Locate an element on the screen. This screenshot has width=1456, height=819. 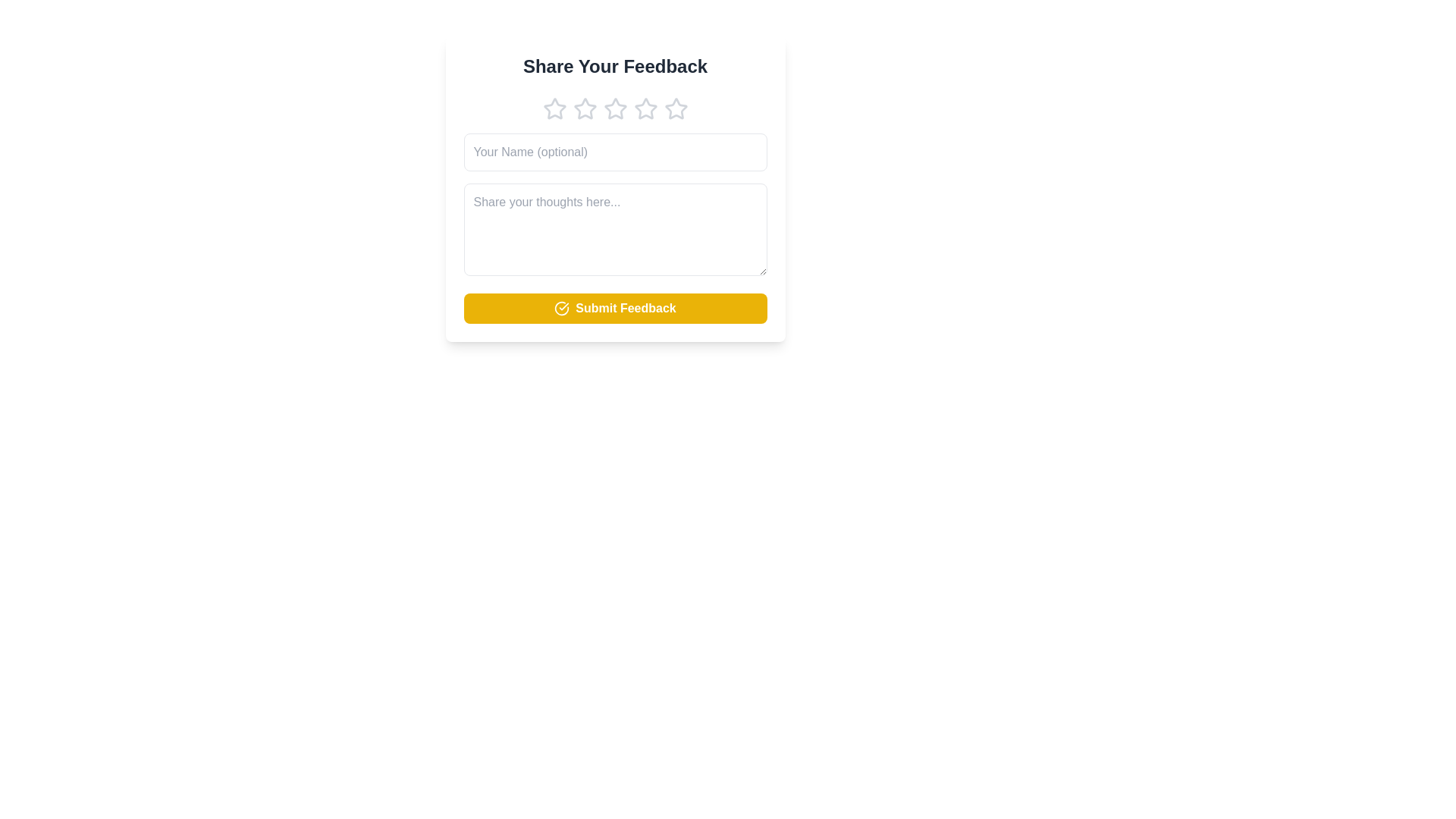
the decorative visual element within the Submit Feedback button's icon is located at coordinates (561, 308).